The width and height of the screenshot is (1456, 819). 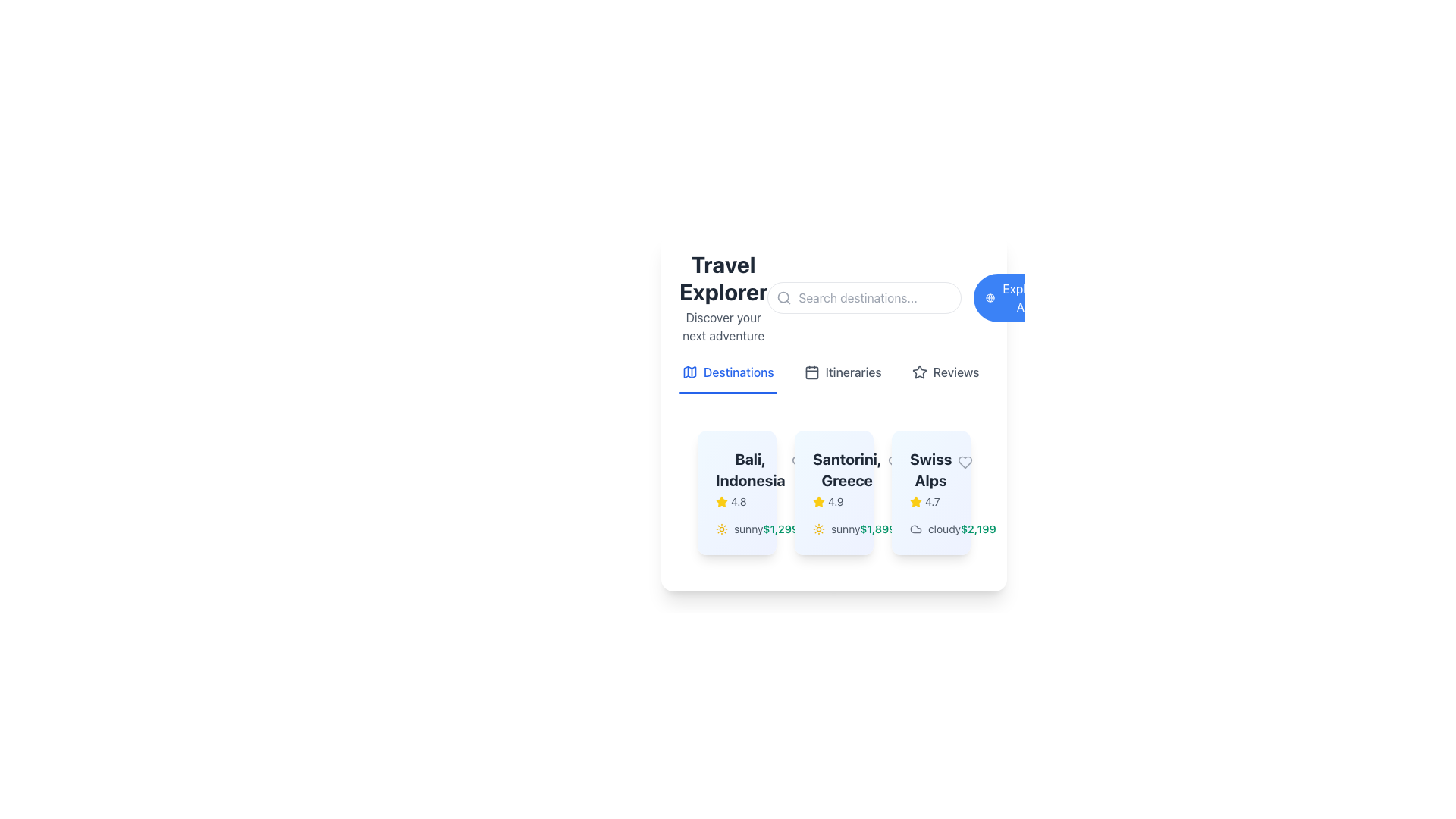 What do you see at coordinates (864, 298) in the screenshot?
I see `the search input field with rounded edges that has a placeholder text 'Search destinations...' to focus on it` at bounding box center [864, 298].